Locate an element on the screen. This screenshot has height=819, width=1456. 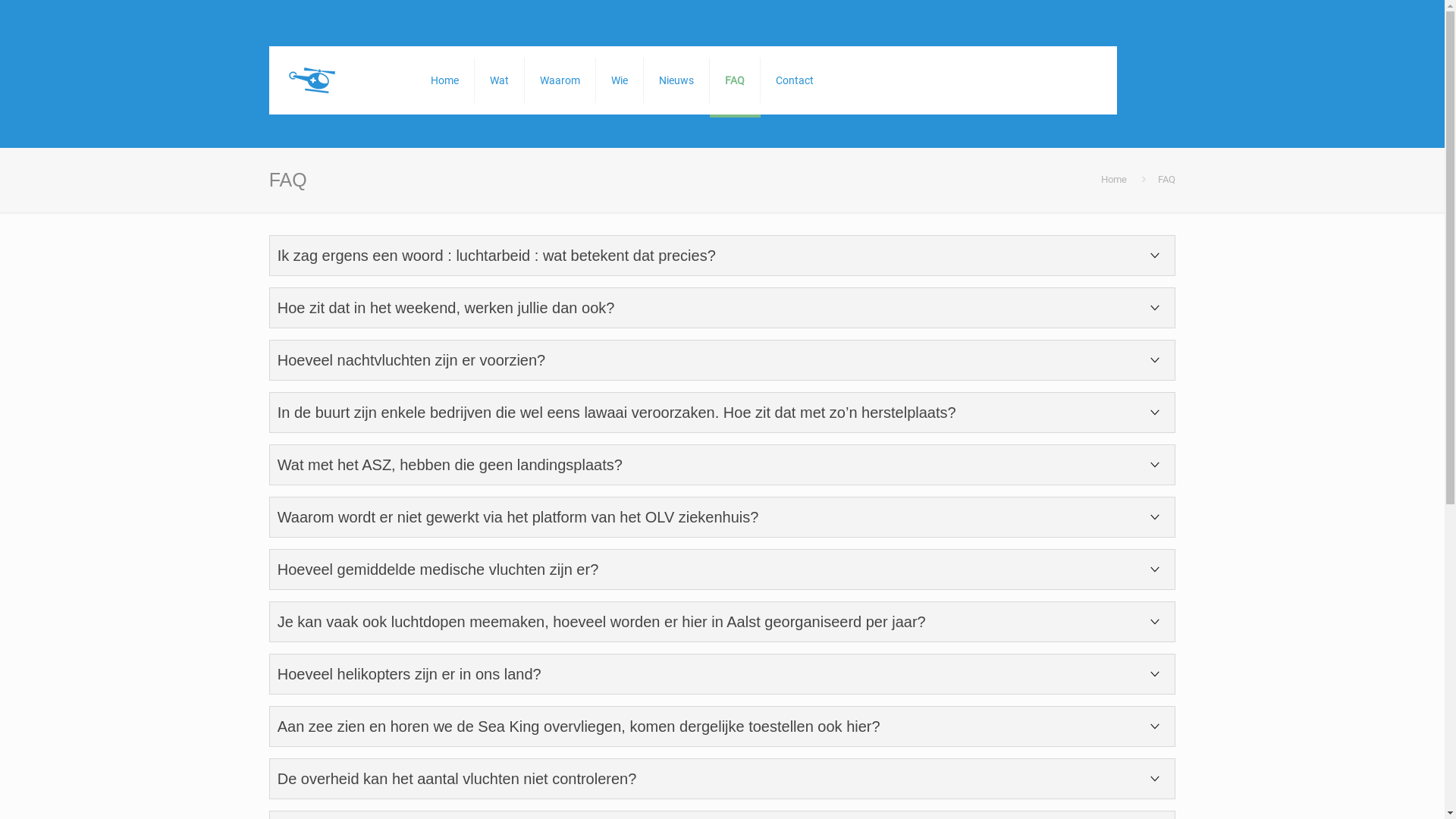
'Nieuws' is located at coordinates (676, 80).